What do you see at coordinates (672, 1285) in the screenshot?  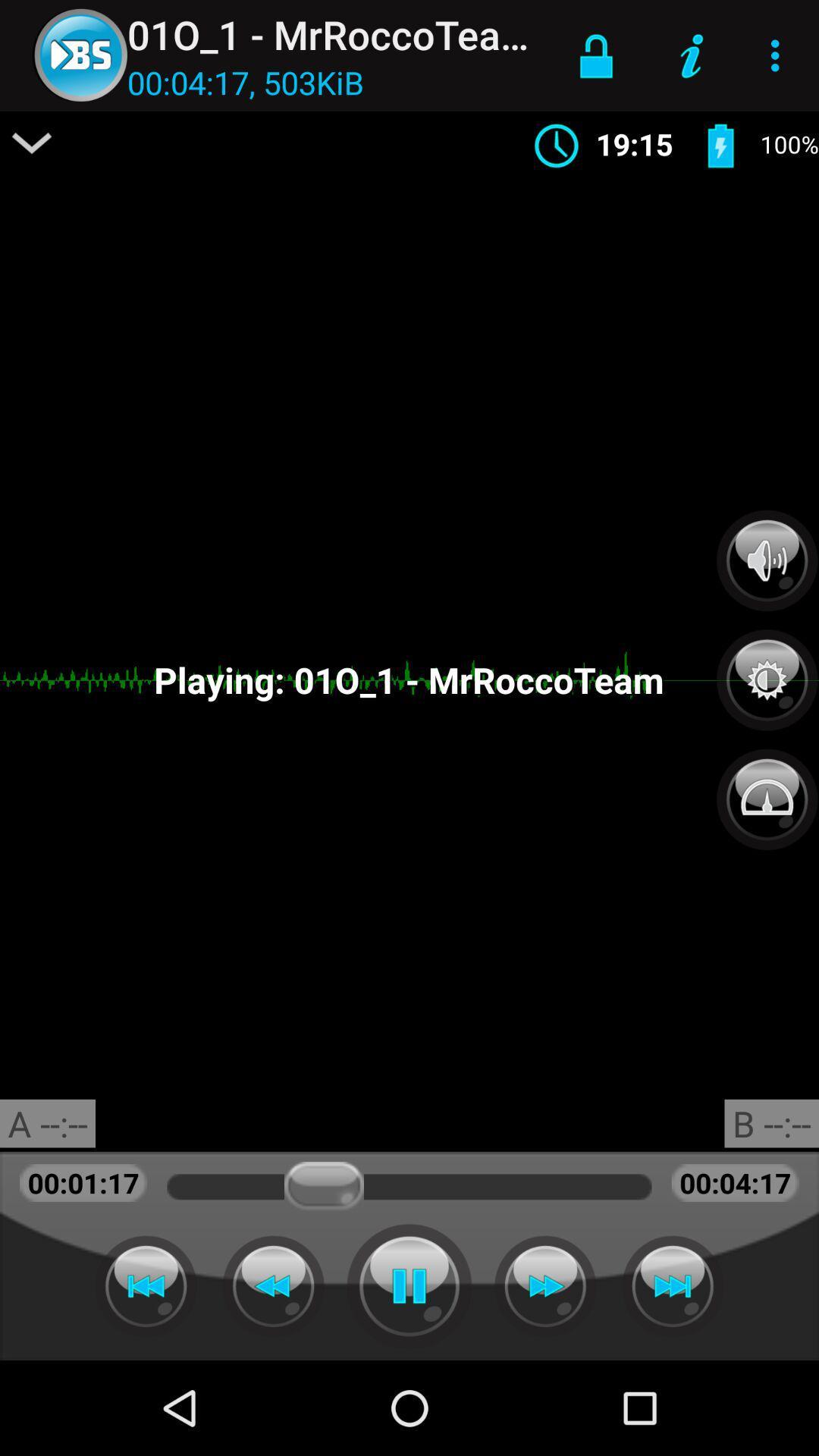 I see `forward` at bounding box center [672, 1285].